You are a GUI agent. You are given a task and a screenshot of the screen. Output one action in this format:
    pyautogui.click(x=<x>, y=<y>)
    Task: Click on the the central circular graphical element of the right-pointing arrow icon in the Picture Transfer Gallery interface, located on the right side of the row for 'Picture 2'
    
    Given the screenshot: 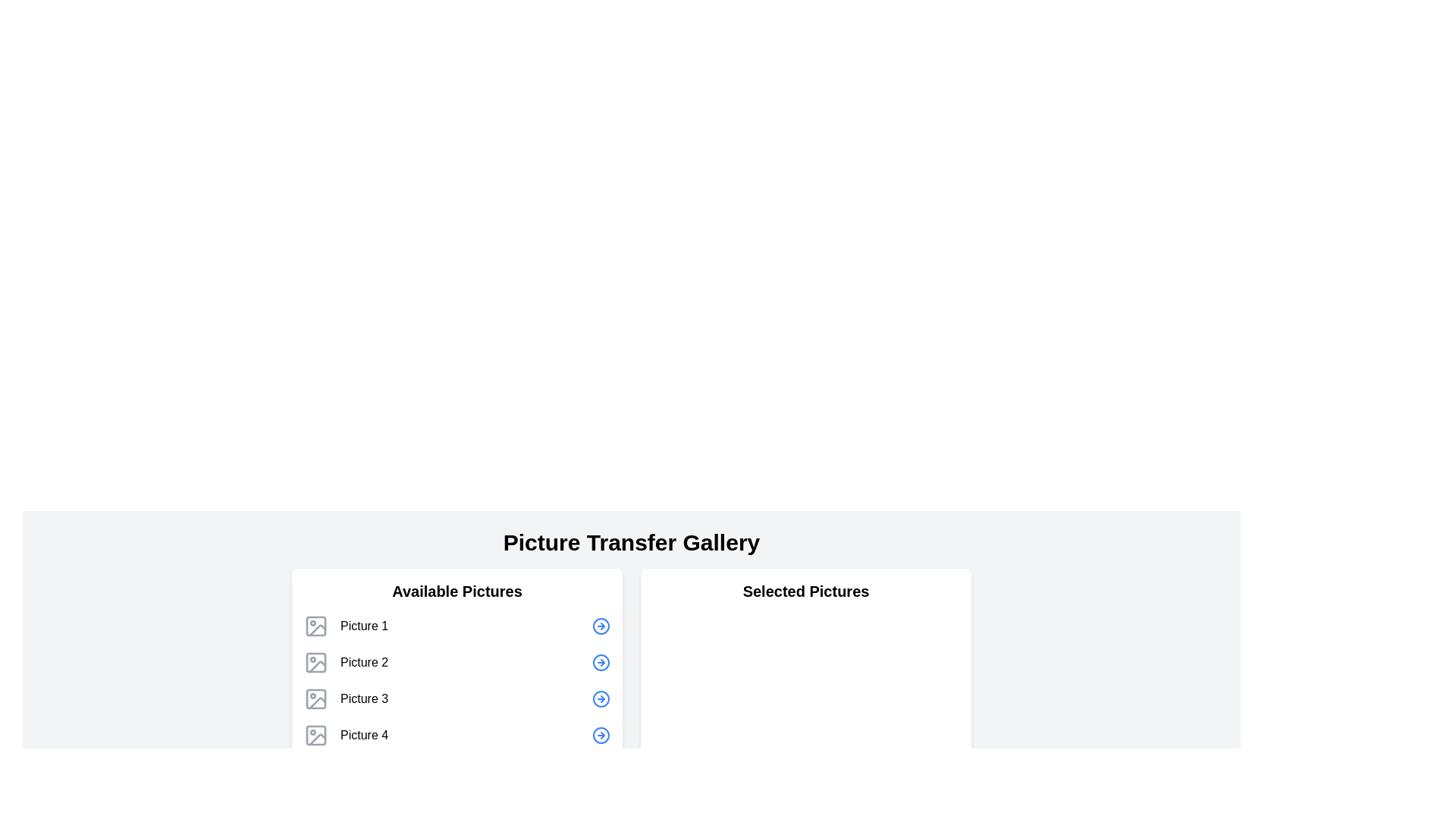 What is the action you would take?
    pyautogui.click(x=600, y=662)
    